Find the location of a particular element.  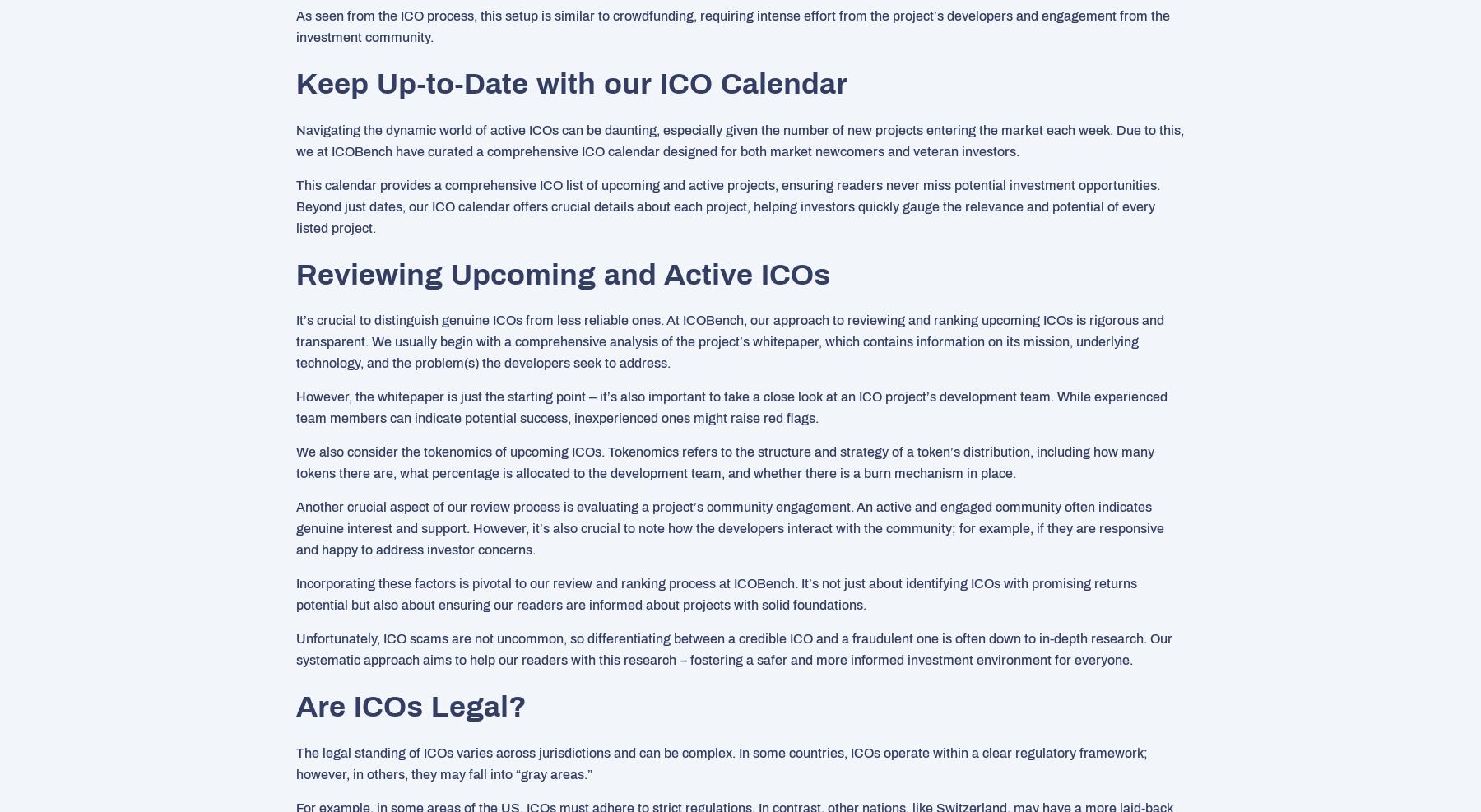

'The legal standing of ICOs varies across jurisdictions and can be complex. In some countries, ICOs operate within a clear regulatory framework; however, in others, they may fall into “gray areas.”' is located at coordinates (722, 763).